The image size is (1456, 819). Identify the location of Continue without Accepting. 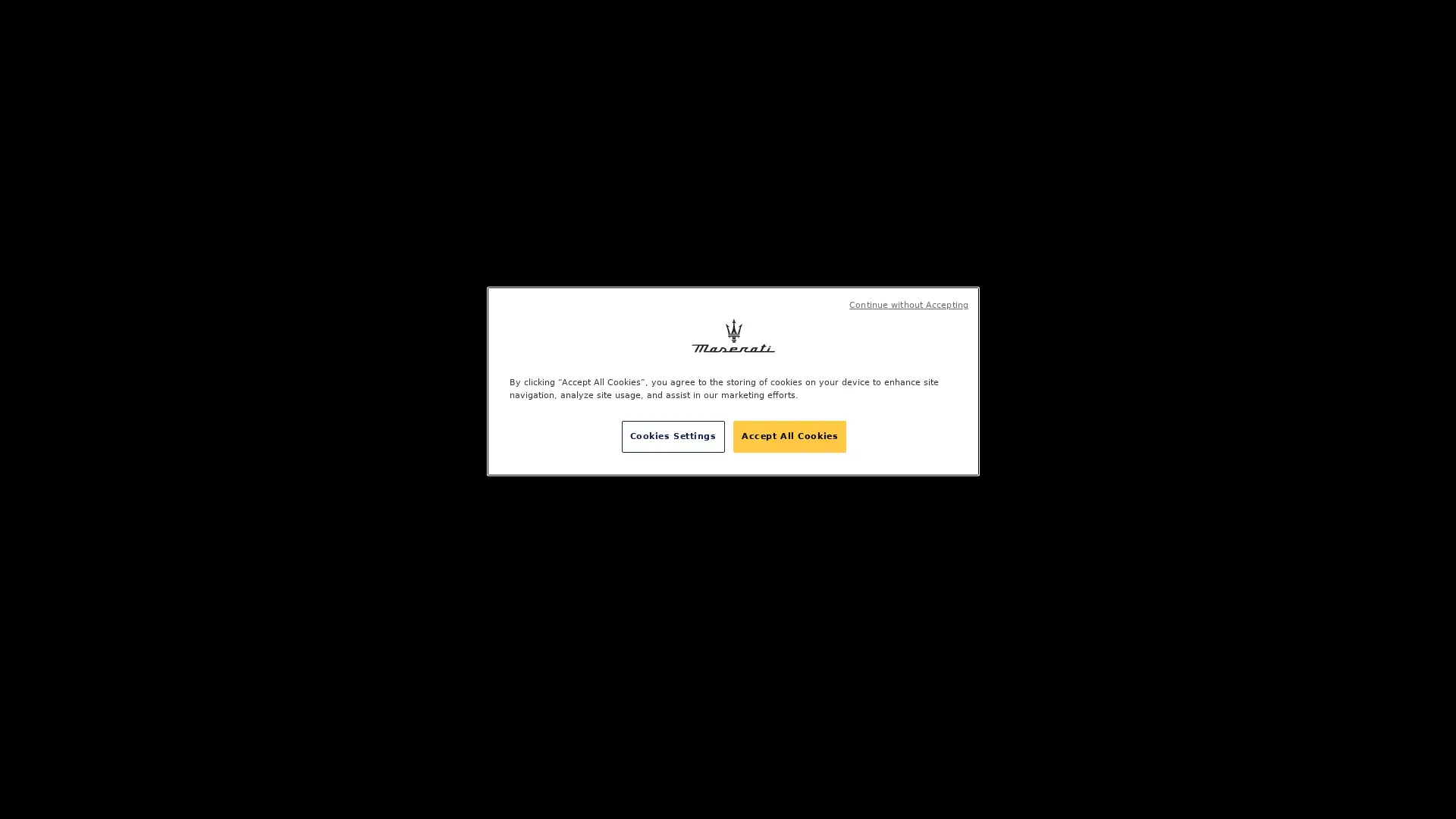
(908, 305).